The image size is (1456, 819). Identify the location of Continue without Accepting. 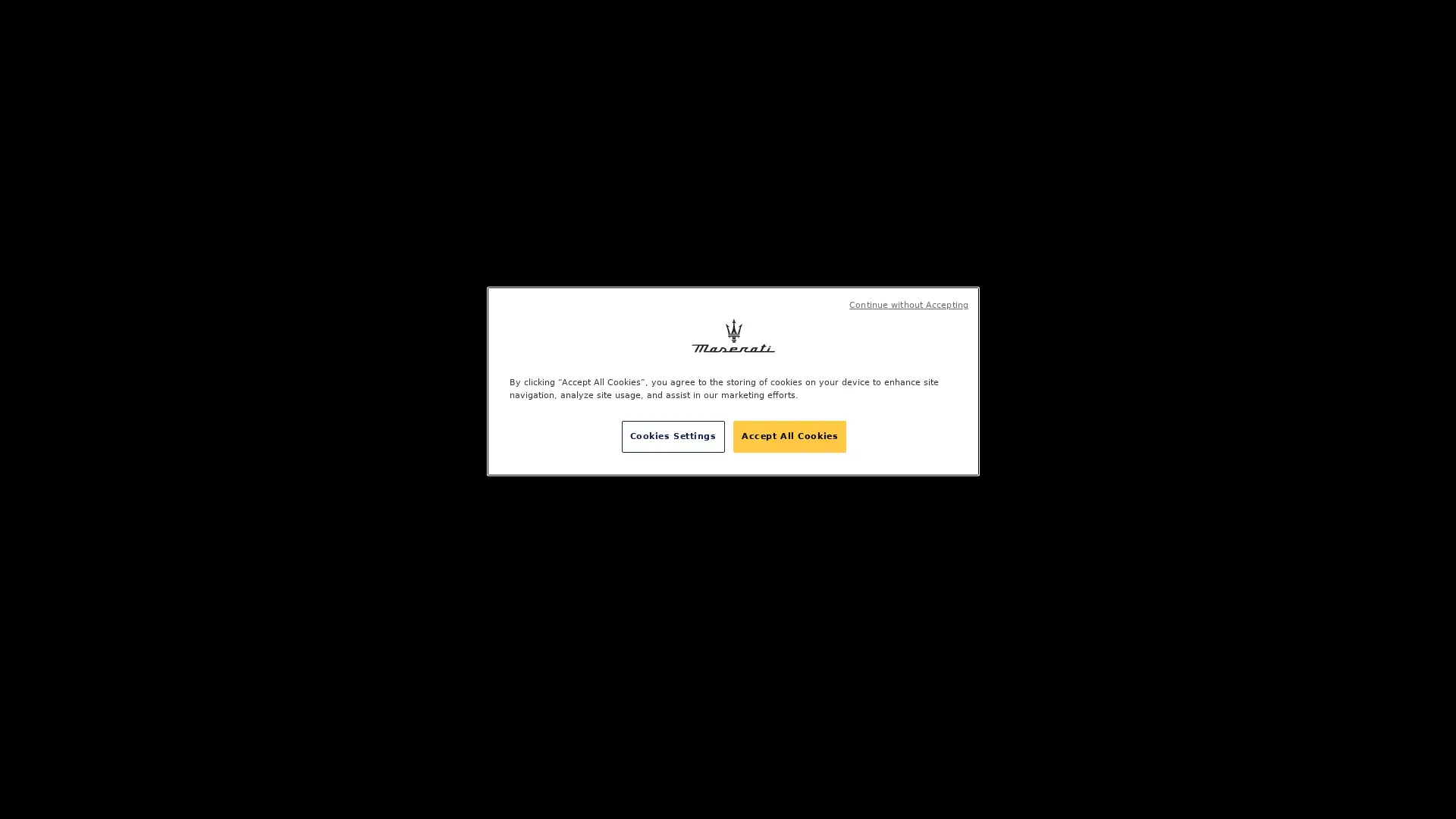
(908, 305).